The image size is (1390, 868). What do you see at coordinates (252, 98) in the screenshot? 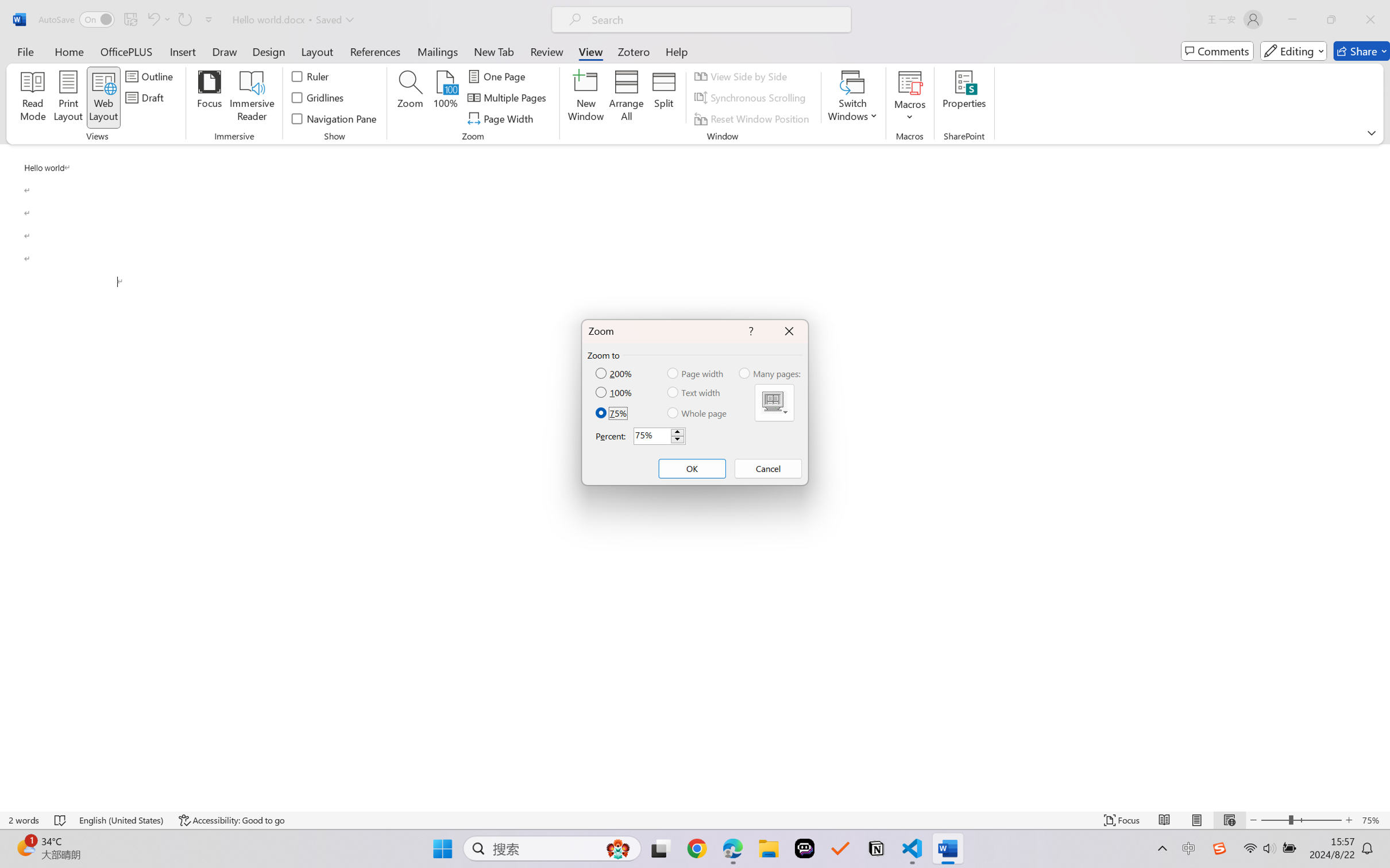
I see `'Immersive Reader'` at bounding box center [252, 98].